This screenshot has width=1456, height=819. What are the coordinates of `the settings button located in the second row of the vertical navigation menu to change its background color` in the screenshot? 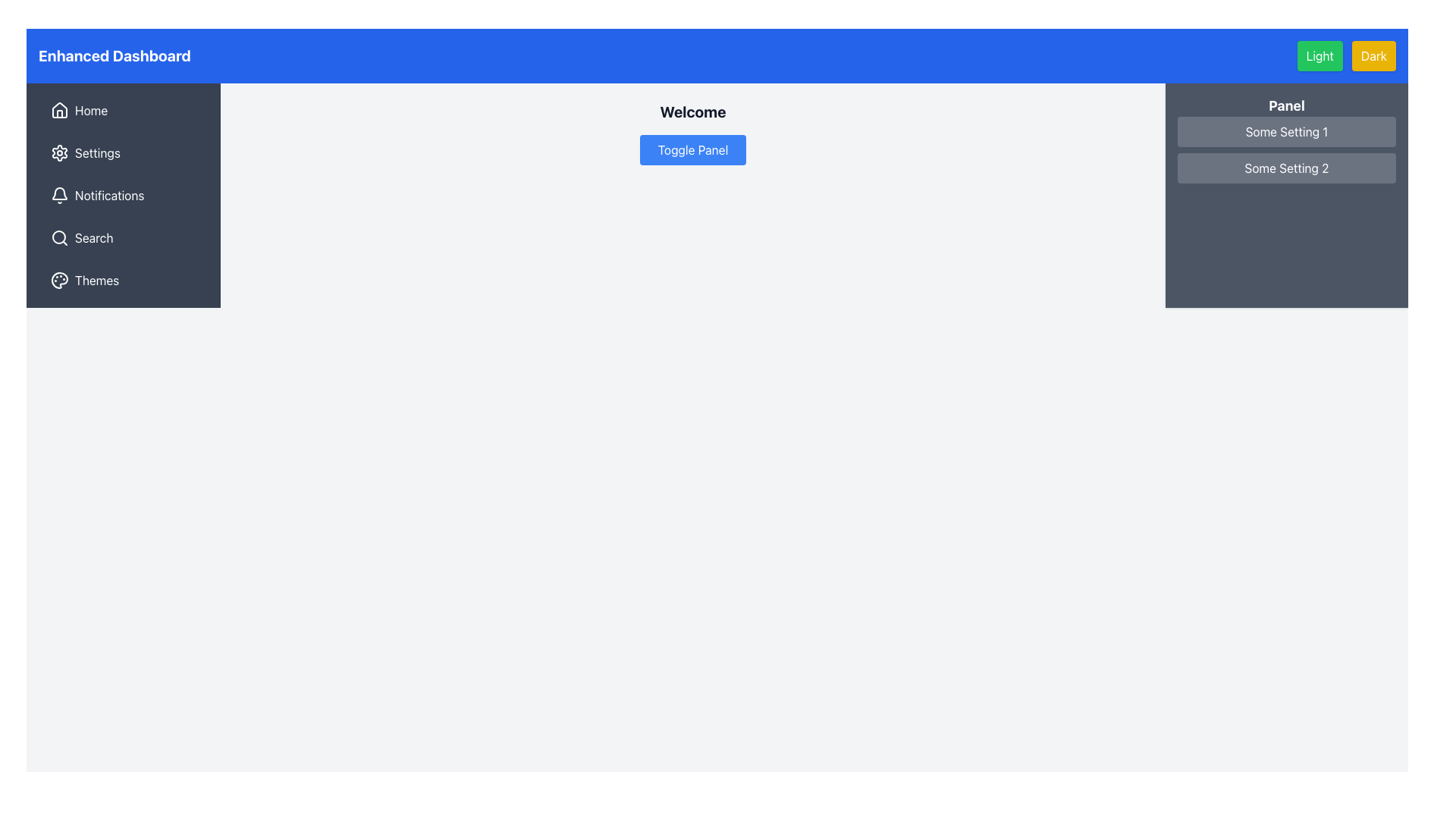 It's located at (124, 152).